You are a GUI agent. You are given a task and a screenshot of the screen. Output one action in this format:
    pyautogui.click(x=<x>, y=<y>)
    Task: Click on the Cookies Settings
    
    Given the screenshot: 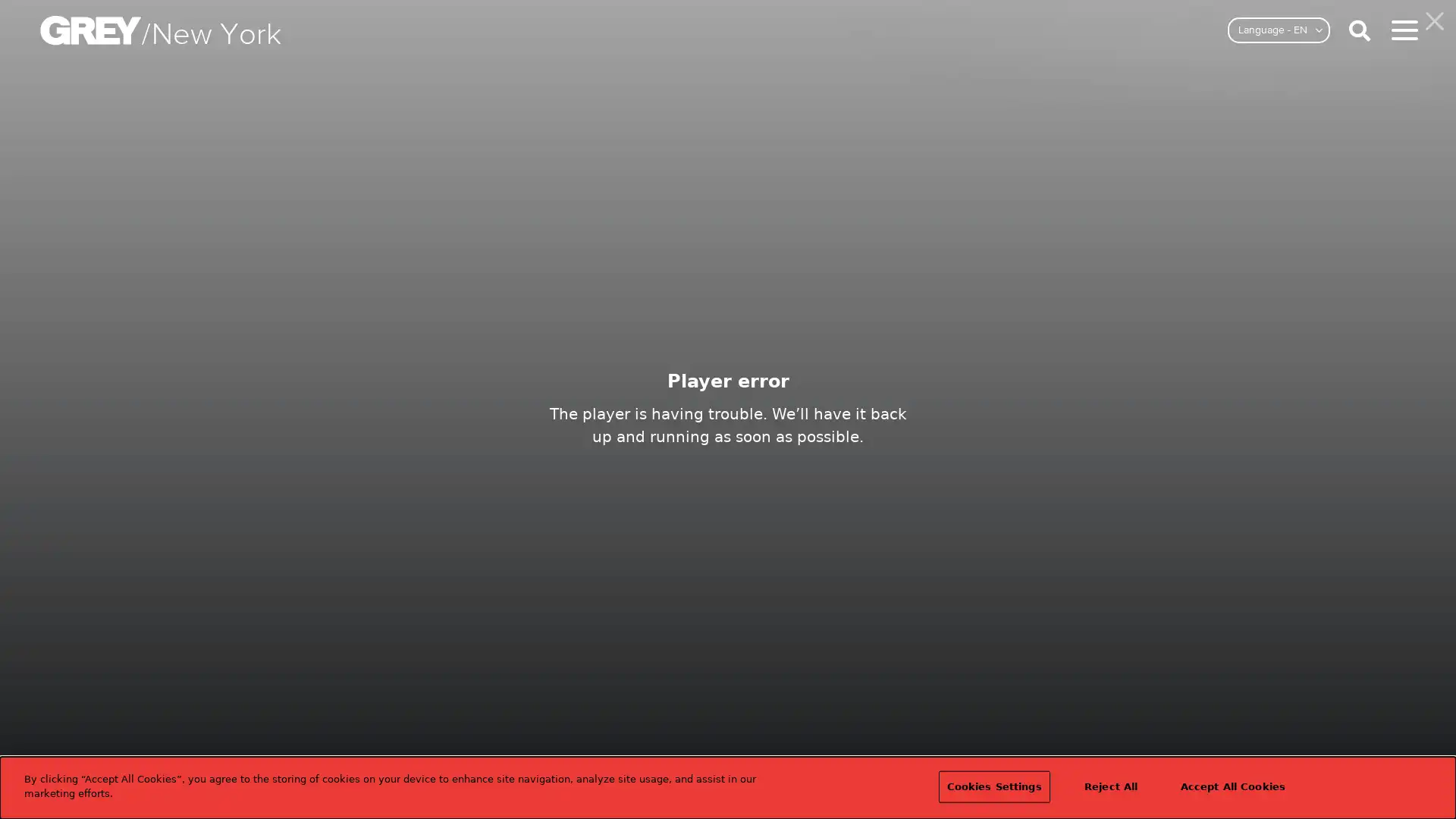 What is the action you would take?
    pyautogui.click(x=993, y=786)
    